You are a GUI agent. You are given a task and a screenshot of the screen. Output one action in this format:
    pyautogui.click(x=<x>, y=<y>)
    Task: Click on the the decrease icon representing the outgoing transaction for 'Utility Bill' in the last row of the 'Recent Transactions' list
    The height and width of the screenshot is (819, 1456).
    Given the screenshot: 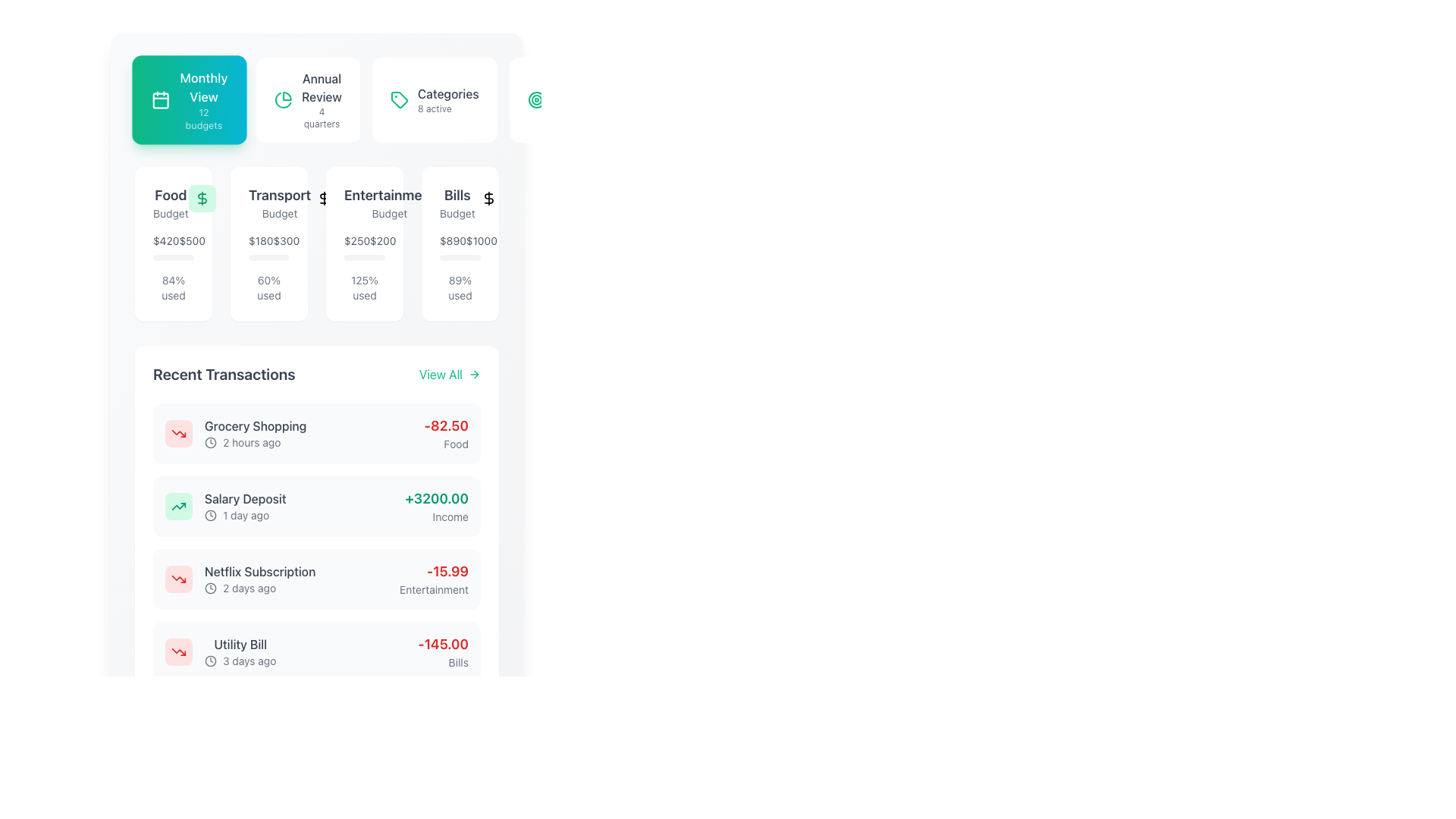 What is the action you would take?
    pyautogui.click(x=178, y=651)
    